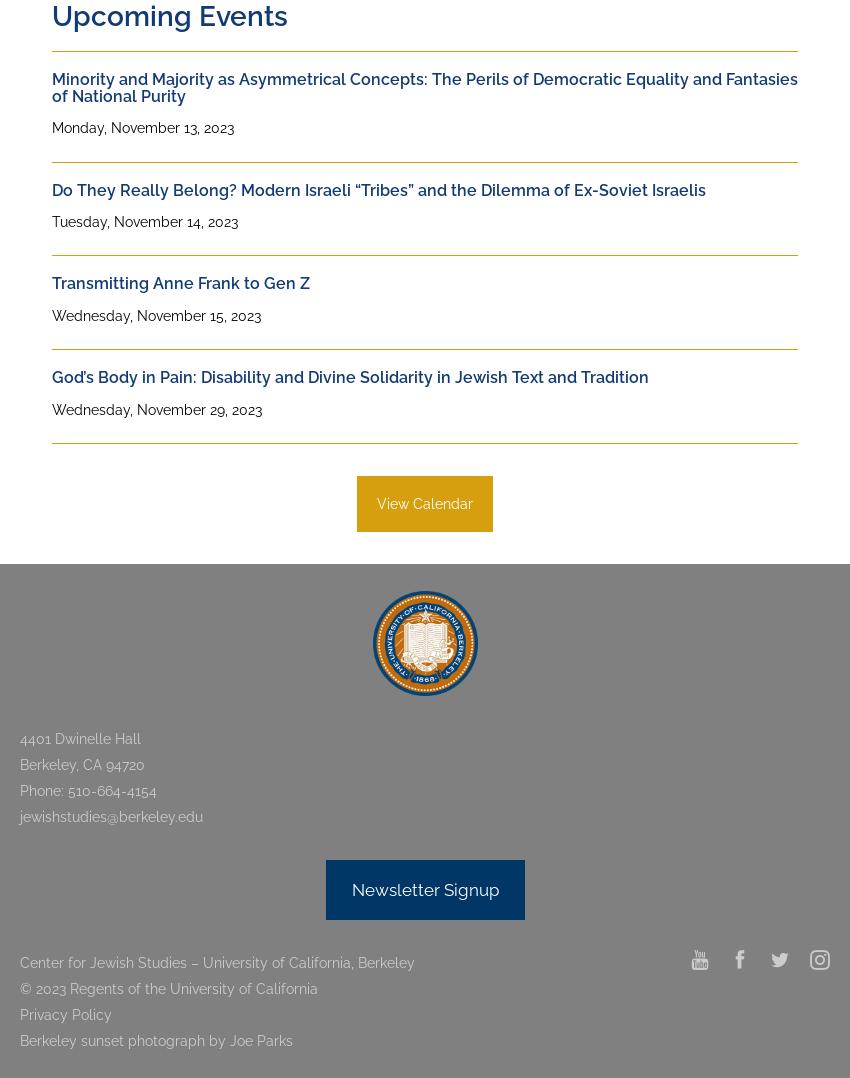 The height and width of the screenshot is (1078, 850). Describe the element at coordinates (80, 737) in the screenshot. I see `'4401 Dwinelle Hall'` at that location.